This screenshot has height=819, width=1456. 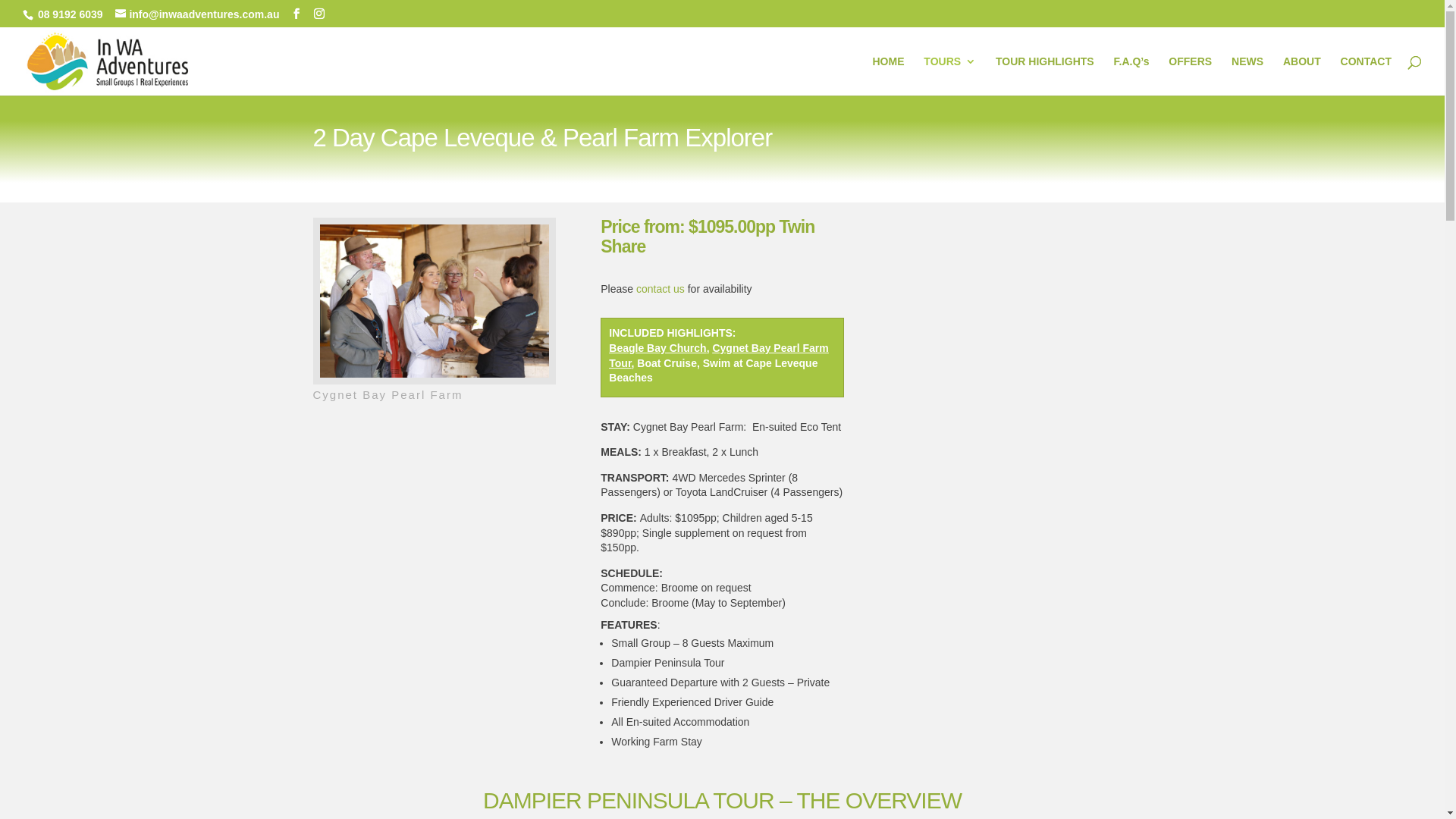 I want to click on 'TOURS', so click(x=949, y=76).